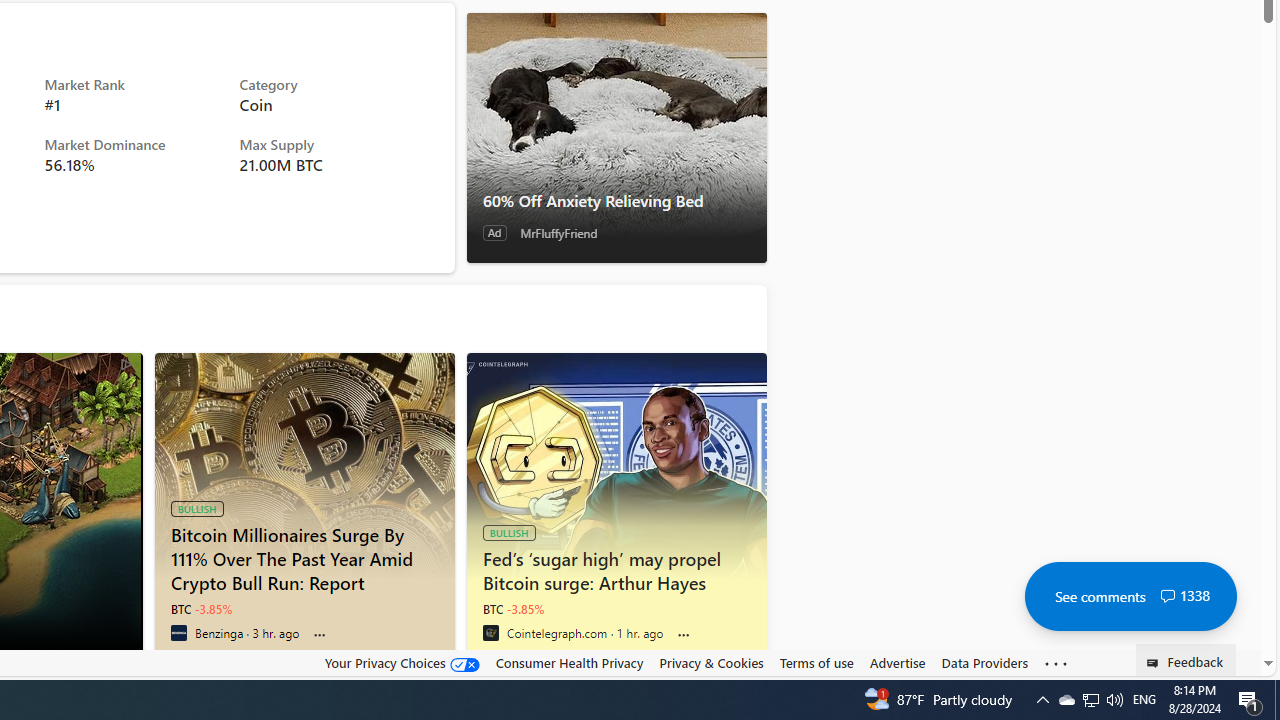 This screenshot has width=1280, height=720. I want to click on 'Class: feedback_link_icon-DS-EntryPoint1-1', so click(1156, 663).